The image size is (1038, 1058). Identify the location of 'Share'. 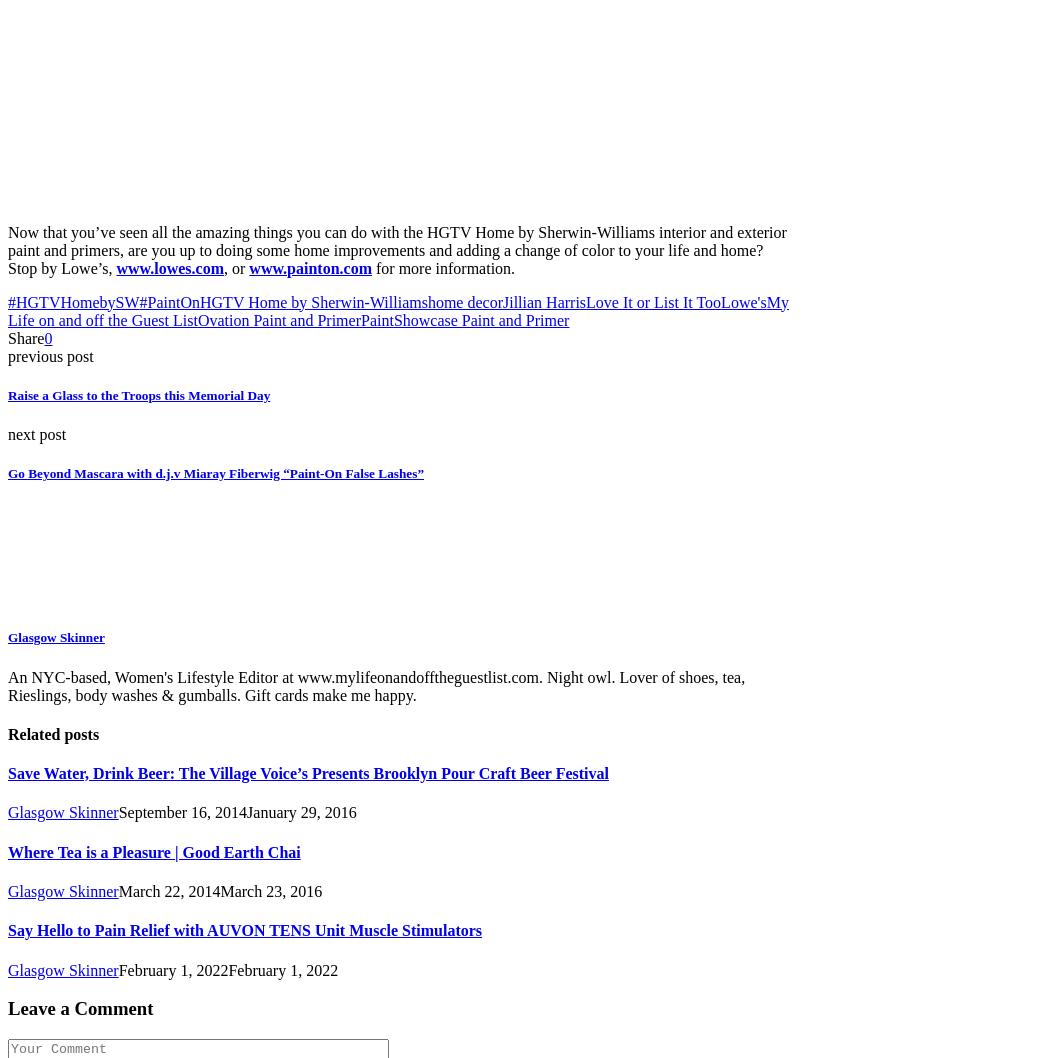
(6, 336).